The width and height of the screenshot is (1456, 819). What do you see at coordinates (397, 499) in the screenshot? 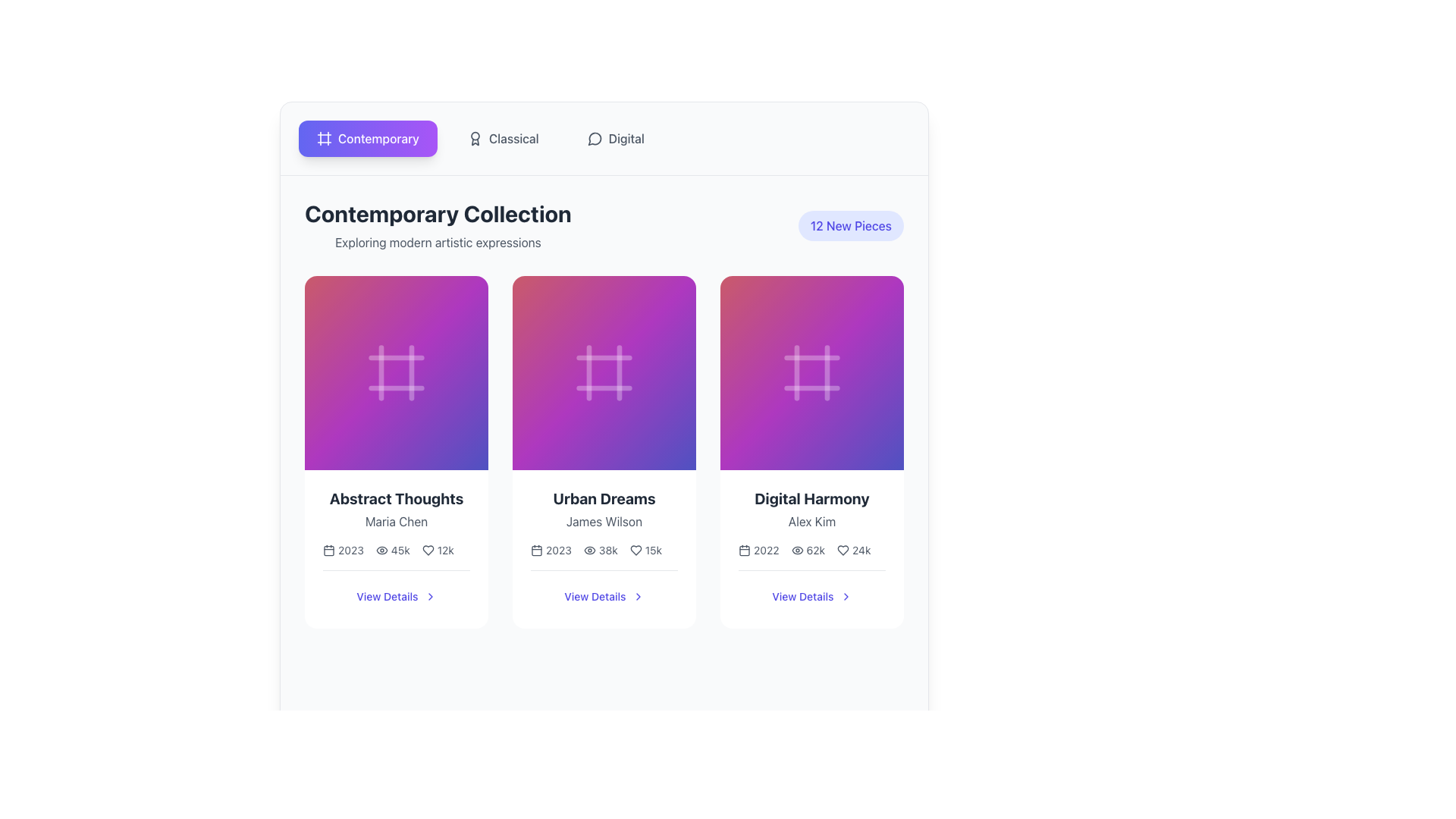
I see `title text label located at the top of the first card, which serves to draw attention to the primary subject, above the text 'Maria Chen'` at bounding box center [397, 499].